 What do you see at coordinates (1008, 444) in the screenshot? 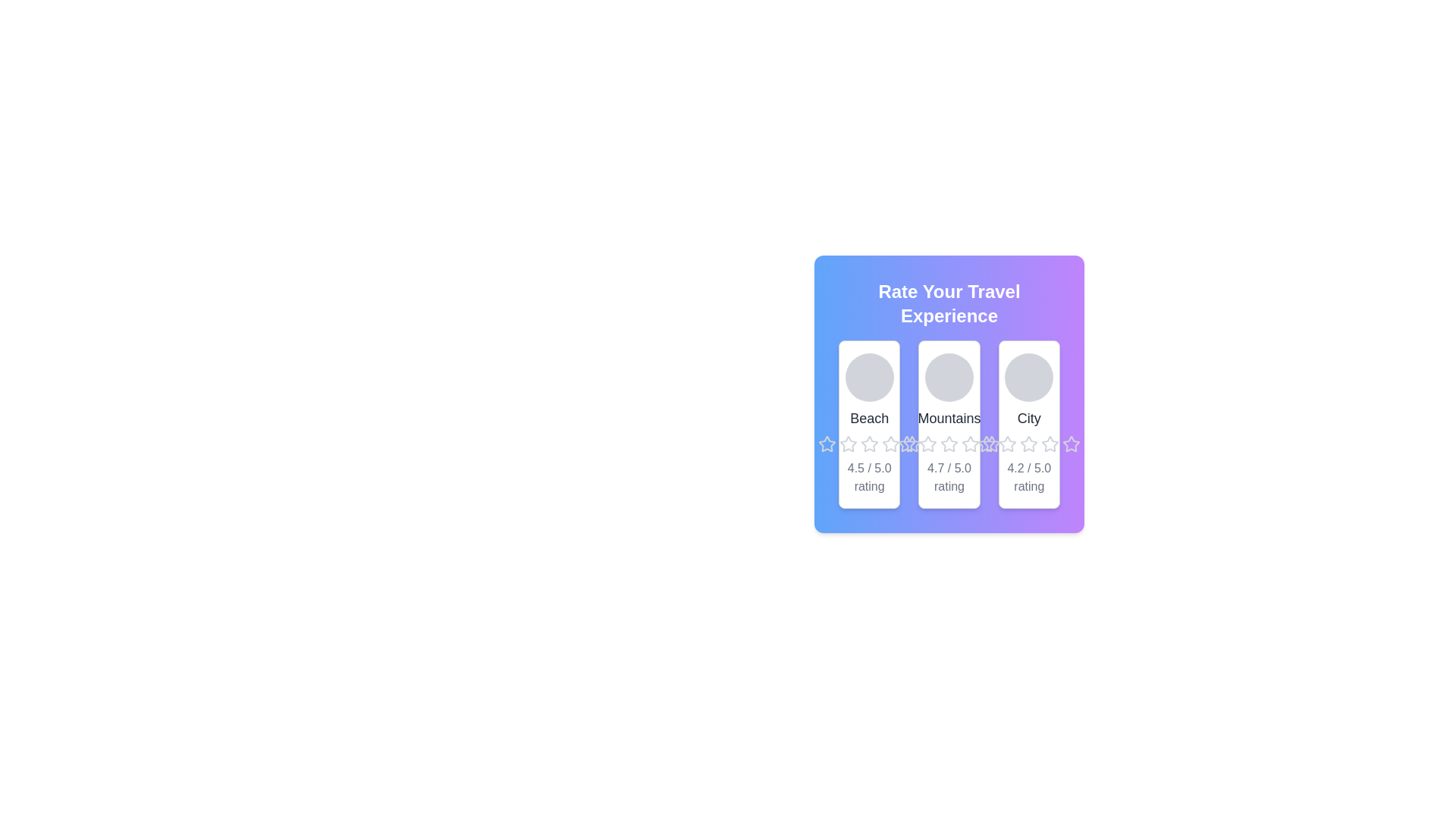
I see `the second star icon in the star rating component under the 'City' section` at bounding box center [1008, 444].